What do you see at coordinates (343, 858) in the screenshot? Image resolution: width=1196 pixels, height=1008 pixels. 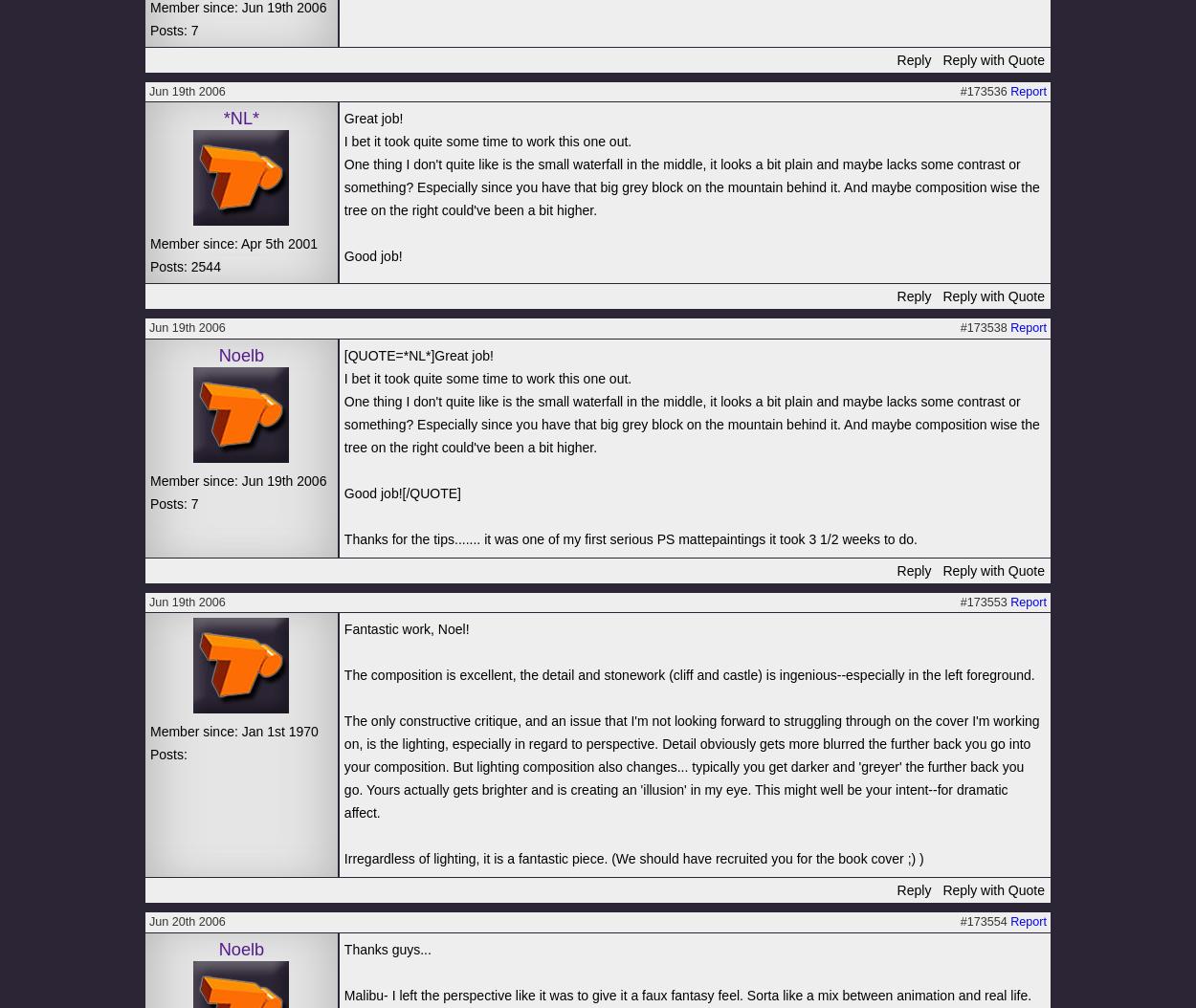 I see `'Irregardless of lighting, it is a fantastic piece.  (We should have recruited you for the book cover ;) )'` at bounding box center [343, 858].